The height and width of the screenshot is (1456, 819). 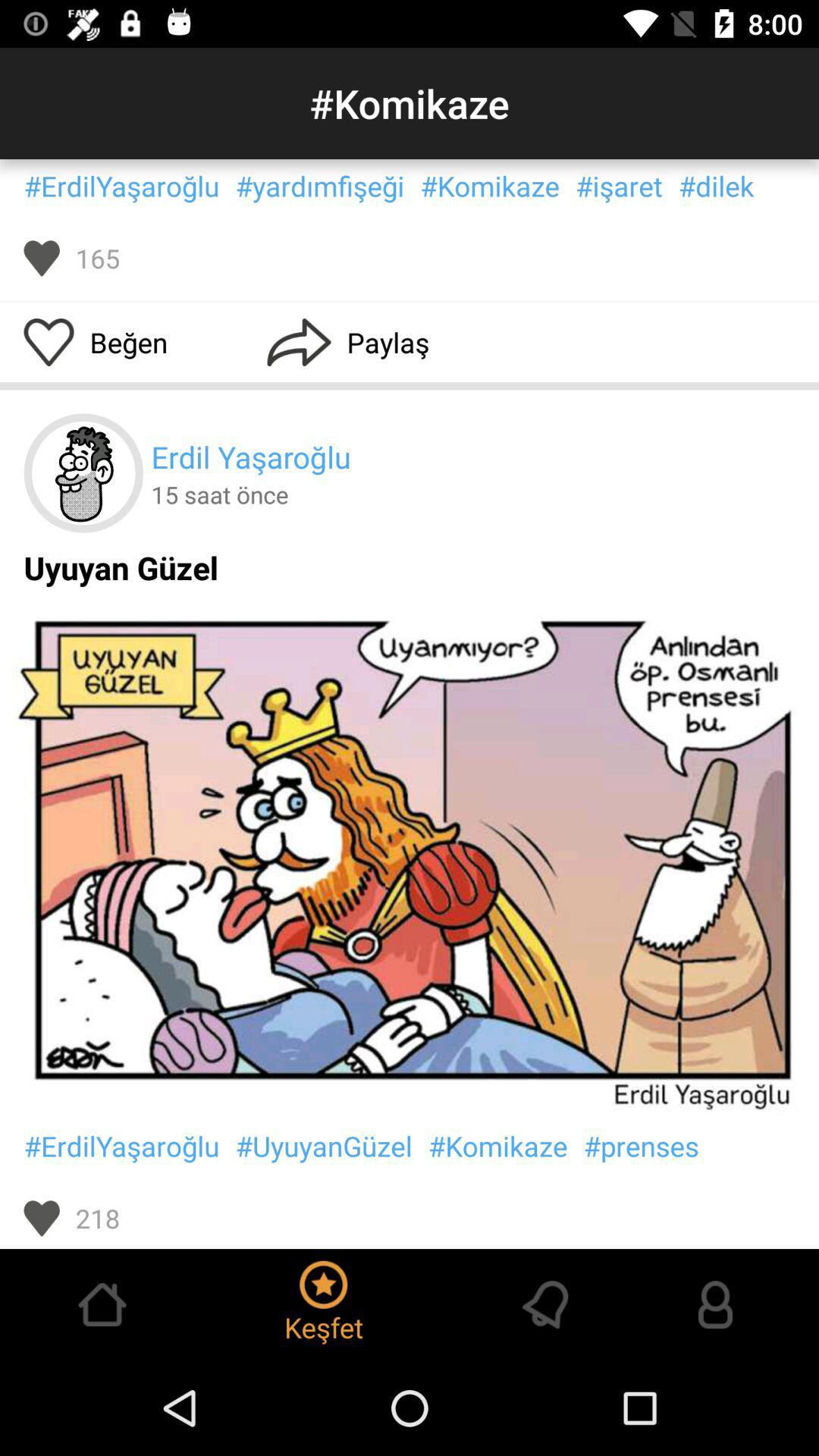 I want to click on the heart beside 165, so click(x=41, y=258).